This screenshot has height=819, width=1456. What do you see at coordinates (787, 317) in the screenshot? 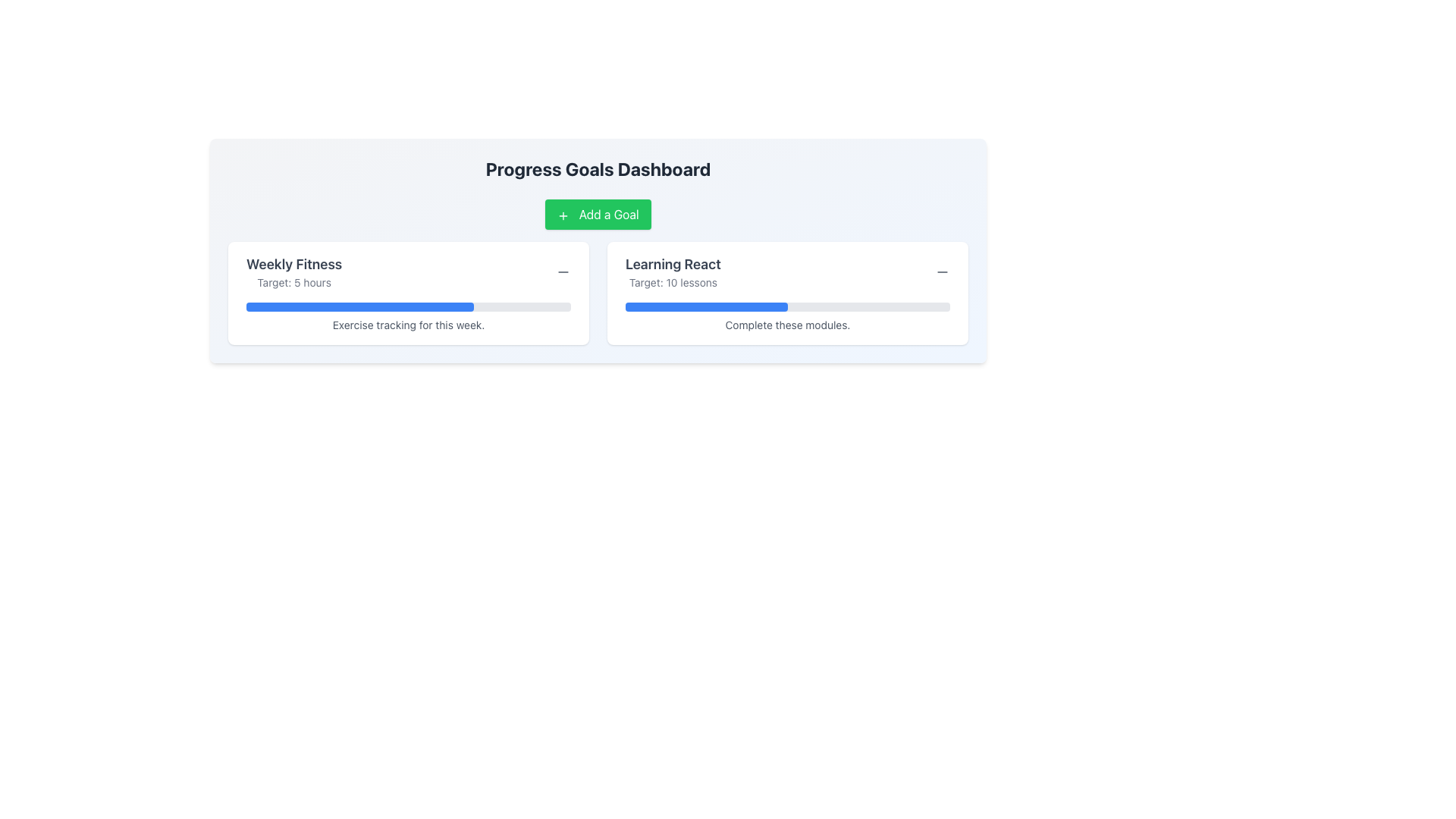
I see `the text 'Complete these modules.' located beneath the progress bar within the 'Learning React' card` at bounding box center [787, 317].